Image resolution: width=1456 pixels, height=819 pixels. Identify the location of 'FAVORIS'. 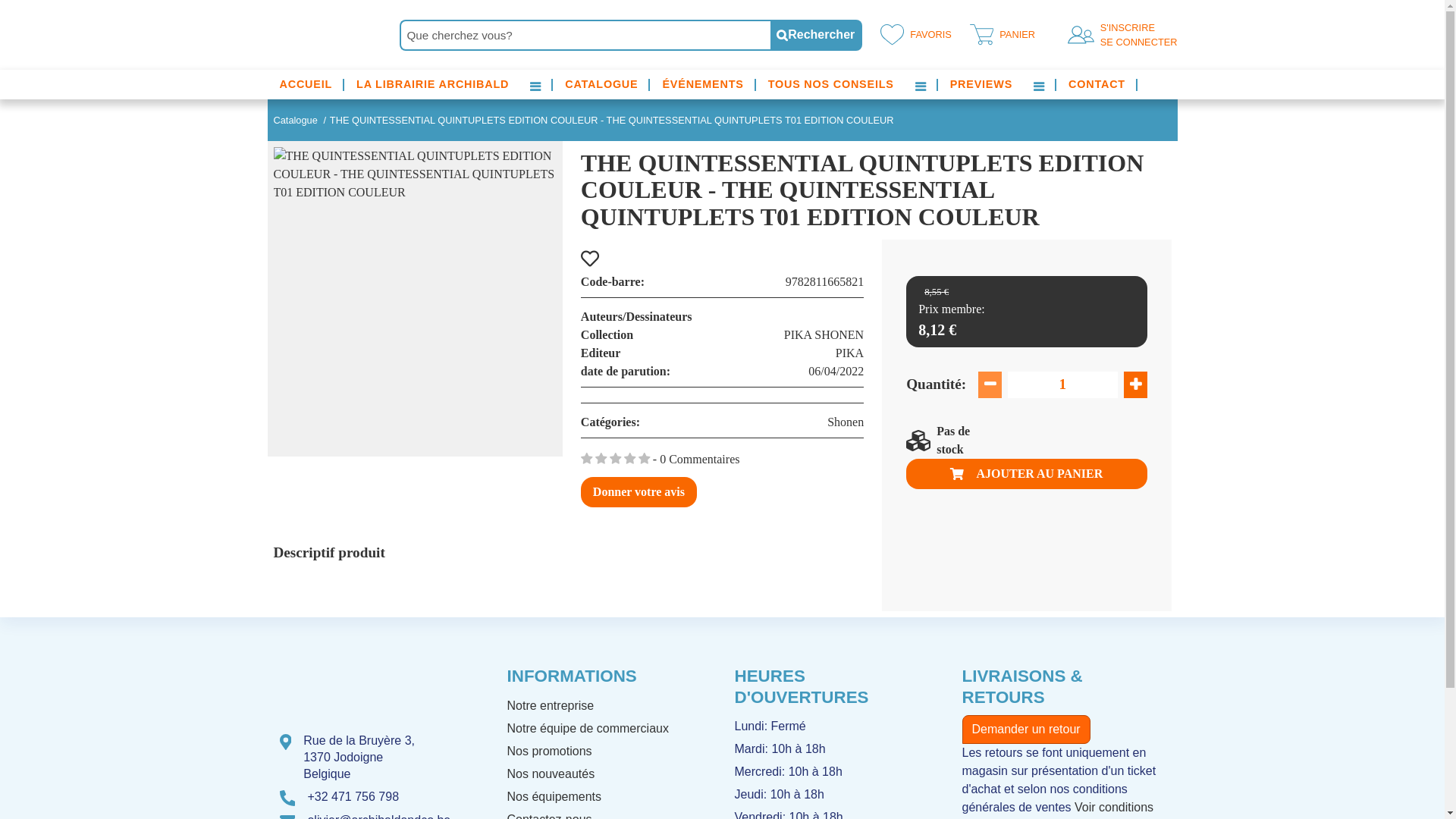
(912, 34).